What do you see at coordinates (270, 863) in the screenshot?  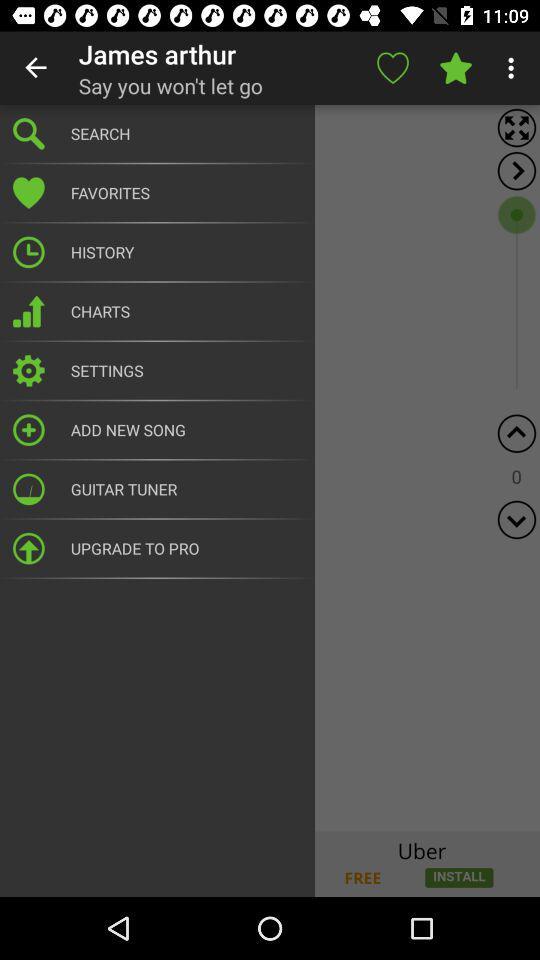 I see `install uber` at bounding box center [270, 863].